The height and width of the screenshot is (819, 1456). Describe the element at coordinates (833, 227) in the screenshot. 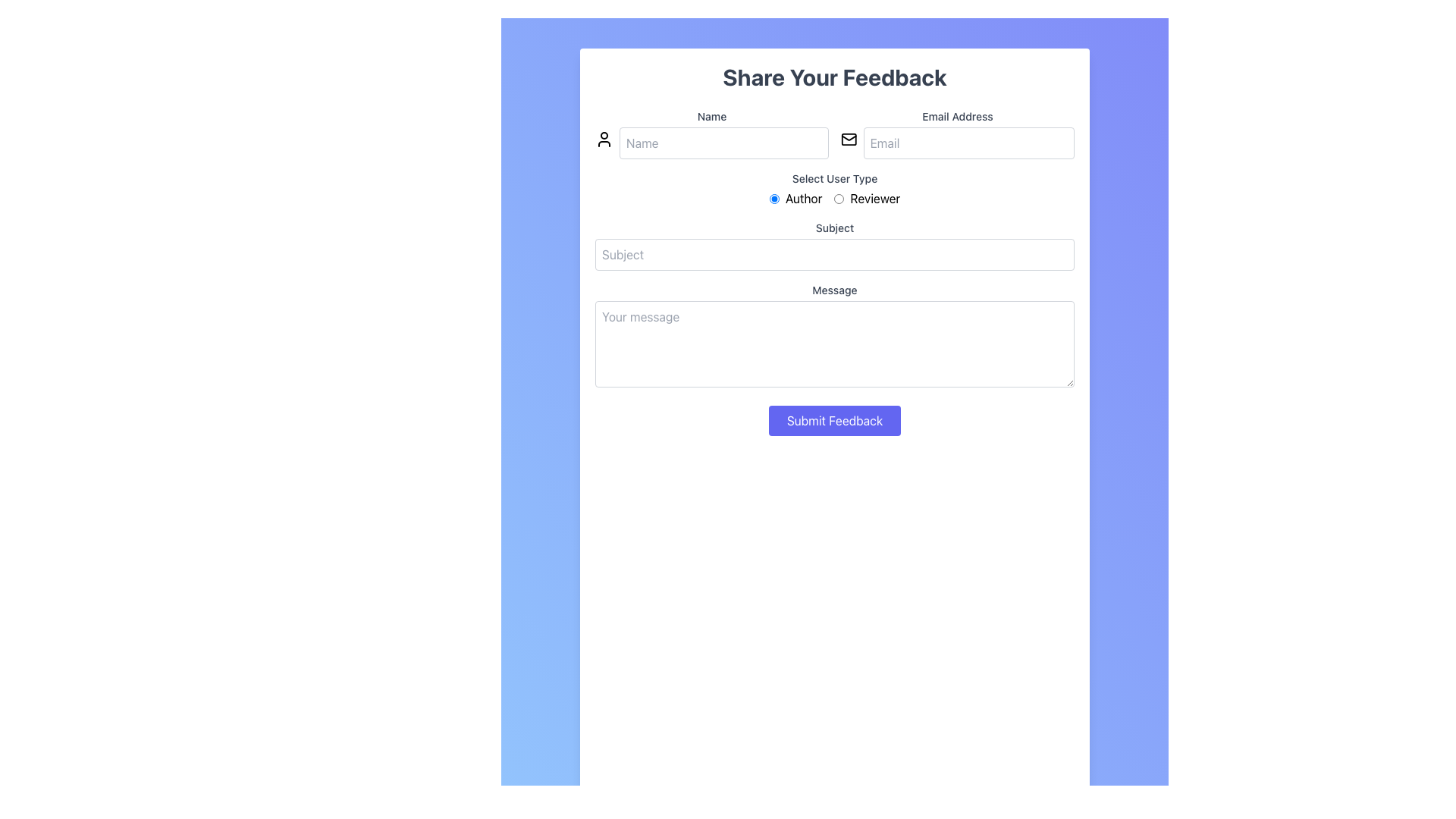

I see `the 'Subject' label, which is a small, bold, gray text element positioned above the corresponding input field in the form` at that location.